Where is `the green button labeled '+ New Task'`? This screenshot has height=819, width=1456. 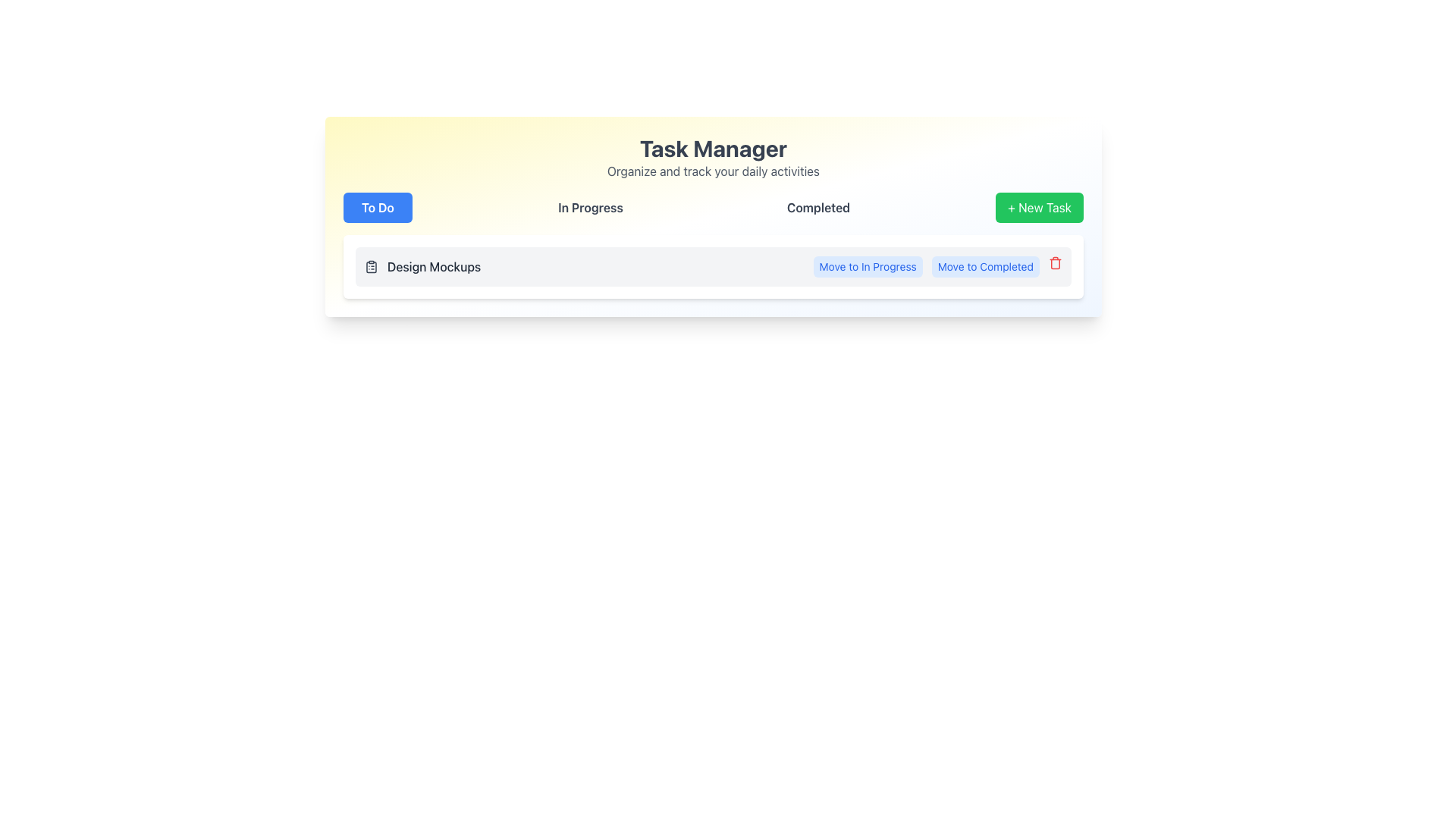 the green button labeled '+ New Task' is located at coordinates (1039, 207).